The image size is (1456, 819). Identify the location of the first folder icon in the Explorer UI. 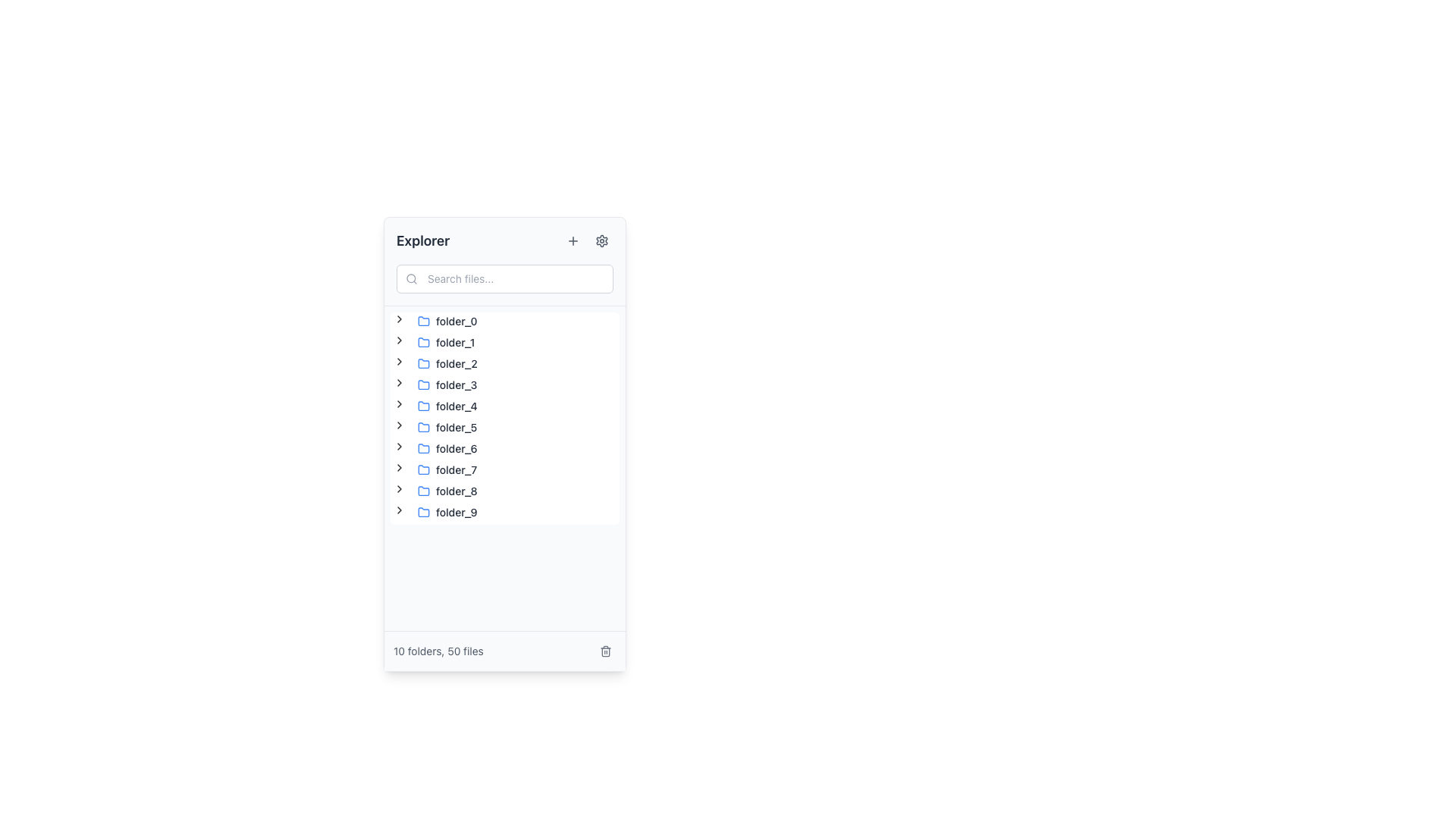
(423, 320).